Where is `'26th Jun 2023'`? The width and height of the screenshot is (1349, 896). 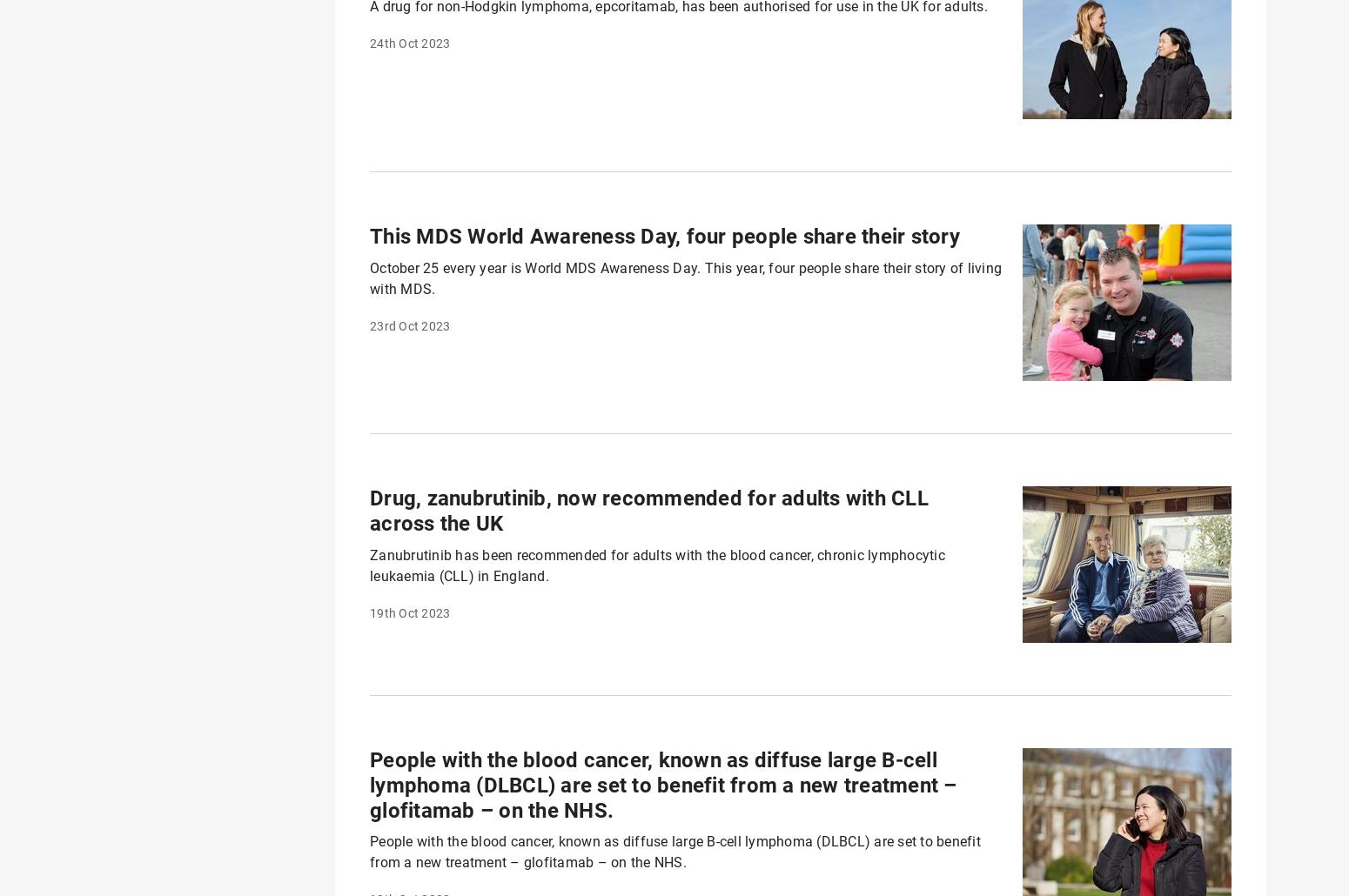
'26th Jun 2023' is located at coordinates (409, 220).